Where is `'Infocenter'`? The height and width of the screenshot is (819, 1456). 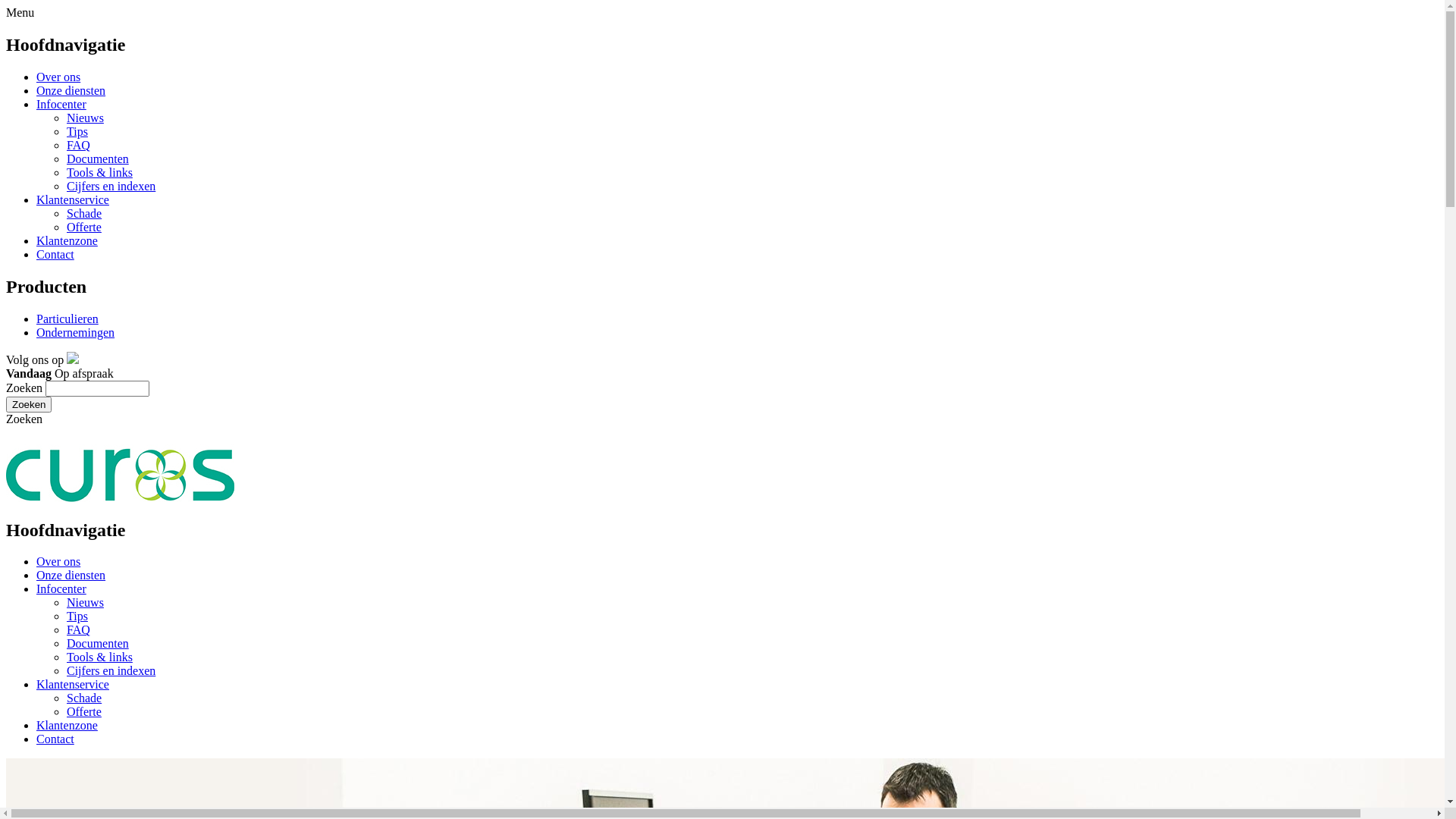 'Infocenter' is located at coordinates (61, 103).